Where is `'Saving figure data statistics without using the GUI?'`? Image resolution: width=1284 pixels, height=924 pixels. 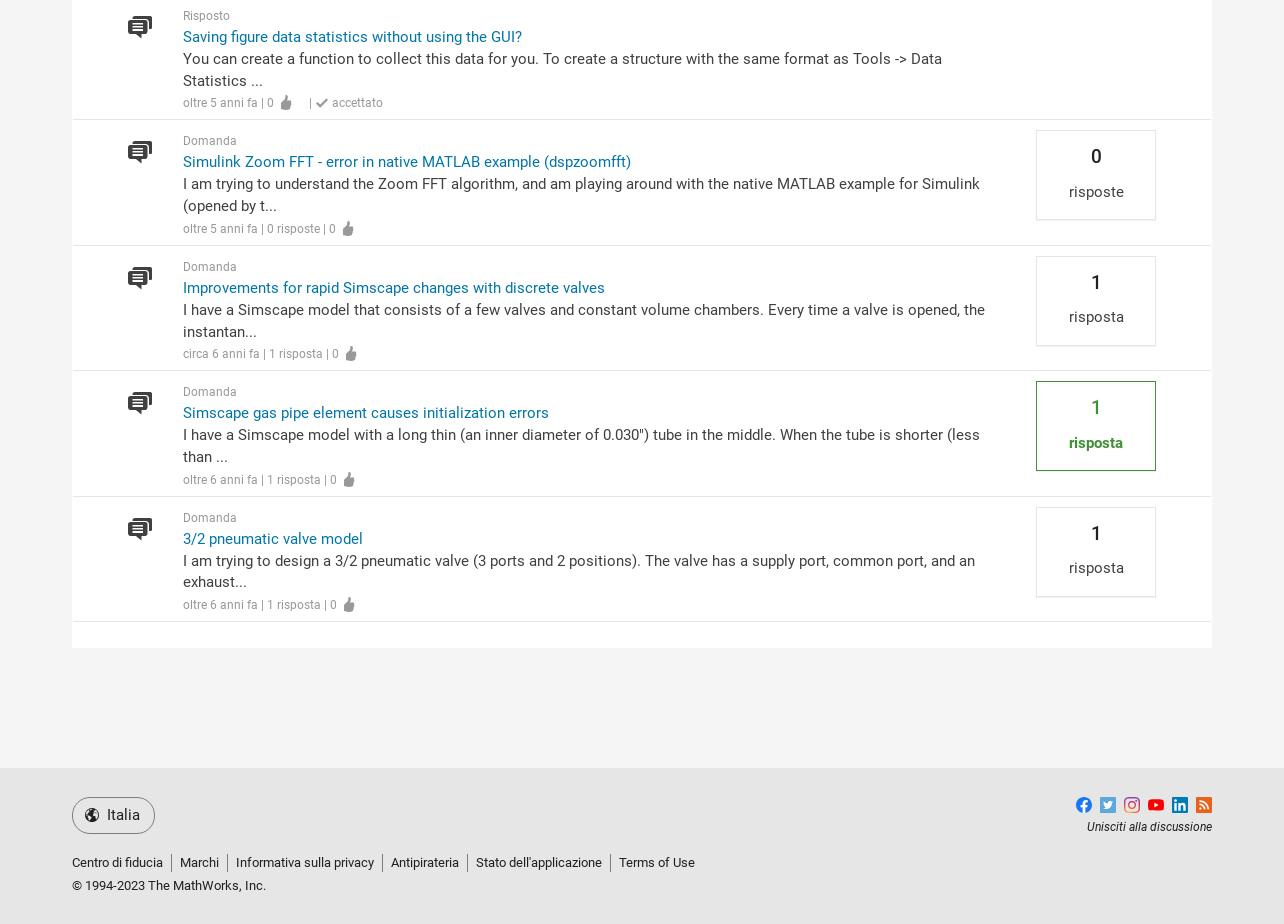 'Saving figure data statistics without using the GUI?' is located at coordinates (180, 36).